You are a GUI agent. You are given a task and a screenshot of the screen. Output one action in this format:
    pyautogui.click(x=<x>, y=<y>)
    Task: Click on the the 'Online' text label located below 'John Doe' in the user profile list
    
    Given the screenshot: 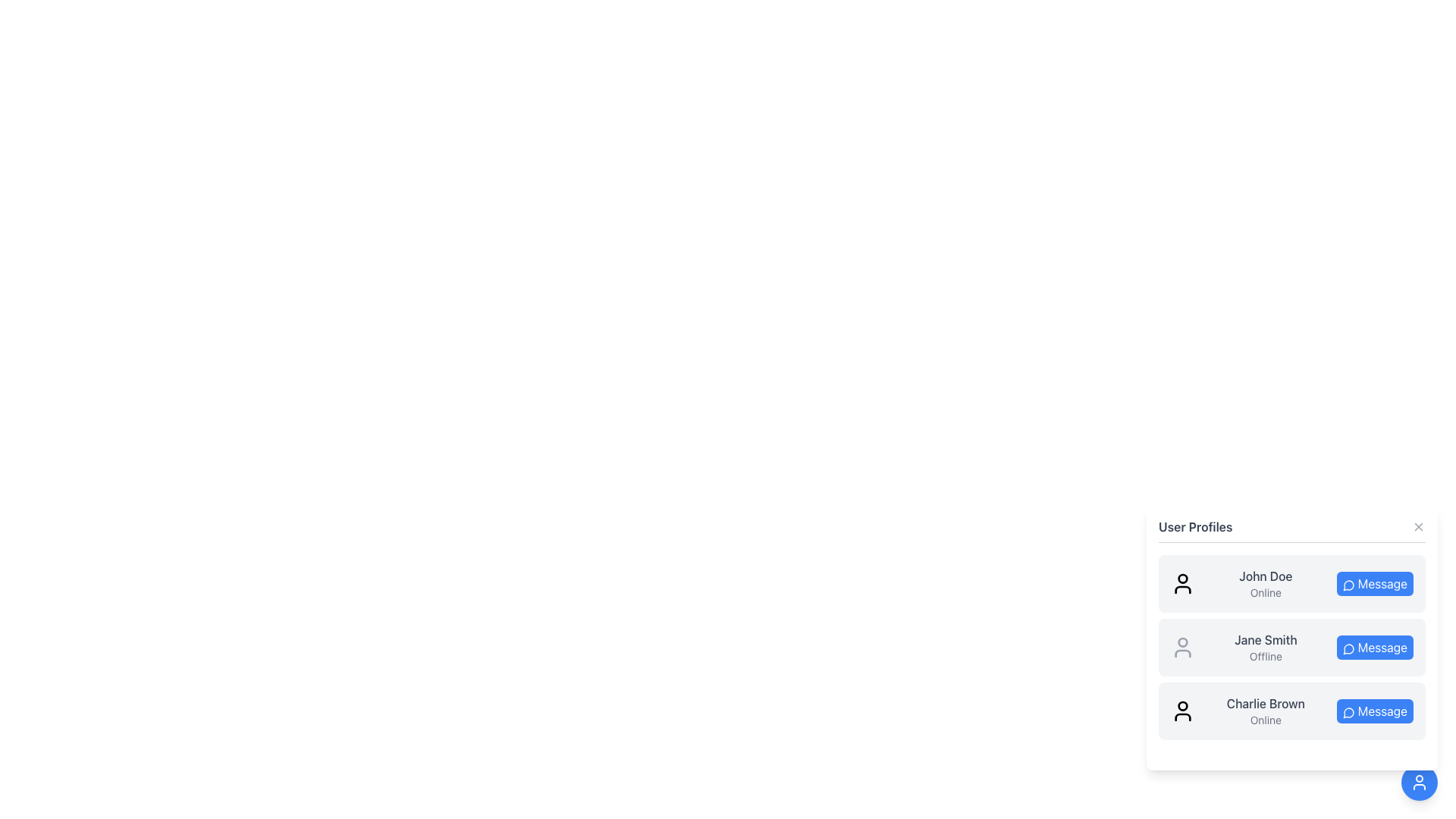 What is the action you would take?
    pyautogui.click(x=1266, y=592)
    